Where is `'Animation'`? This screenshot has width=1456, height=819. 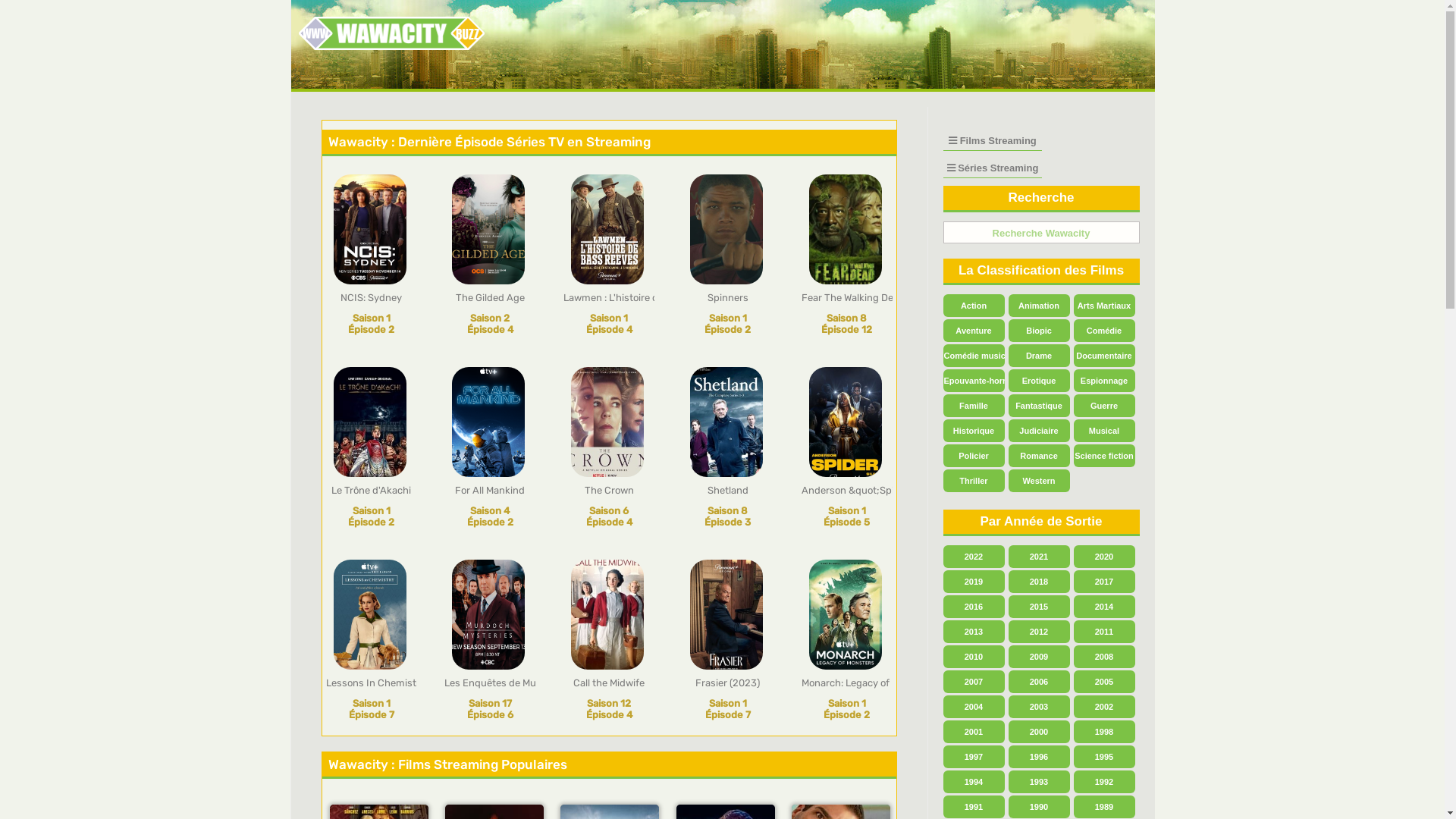 'Animation' is located at coordinates (1038, 305).